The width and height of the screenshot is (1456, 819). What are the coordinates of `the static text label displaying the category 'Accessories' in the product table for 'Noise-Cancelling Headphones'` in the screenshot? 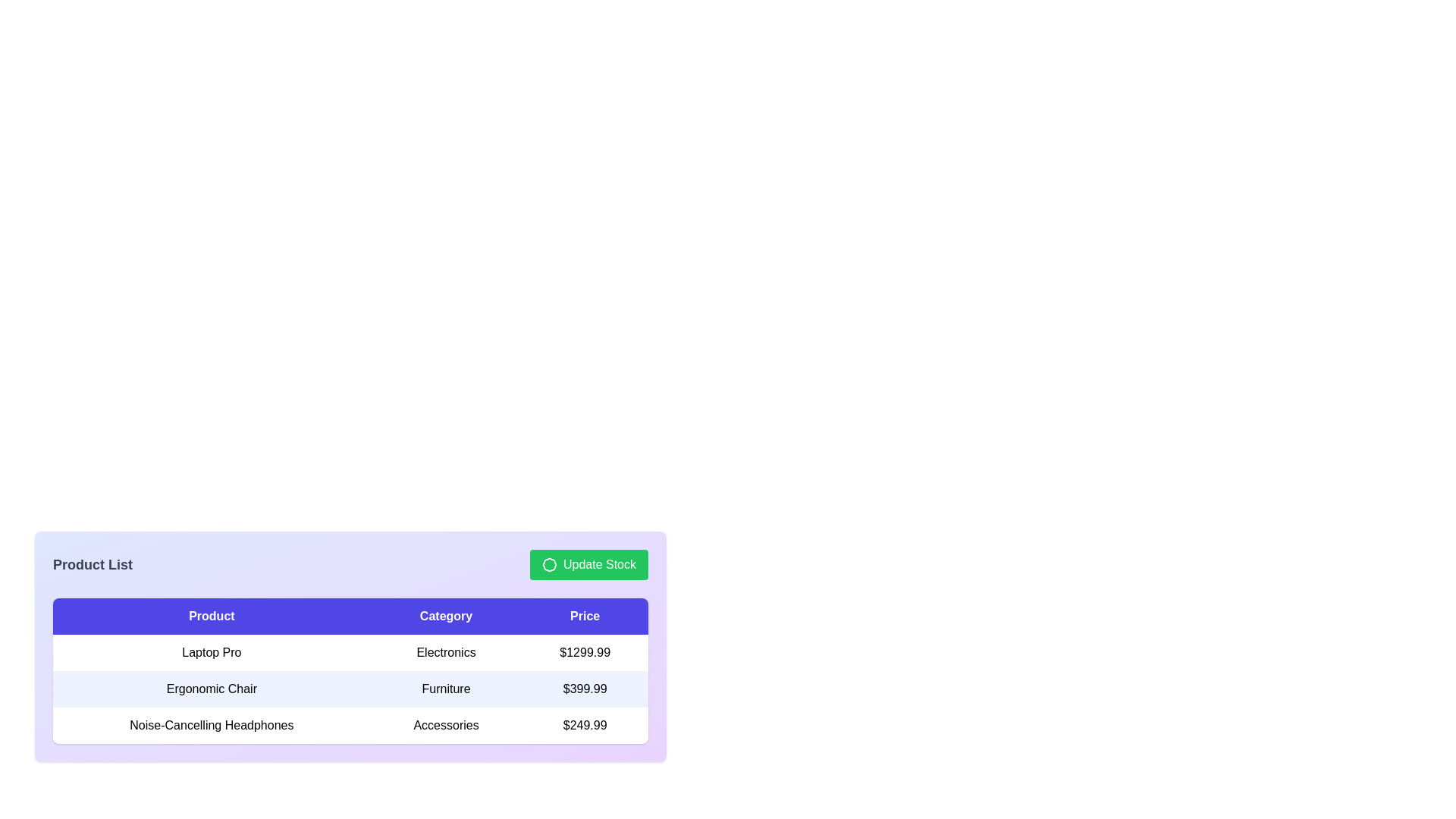 It's located at (445, 724).